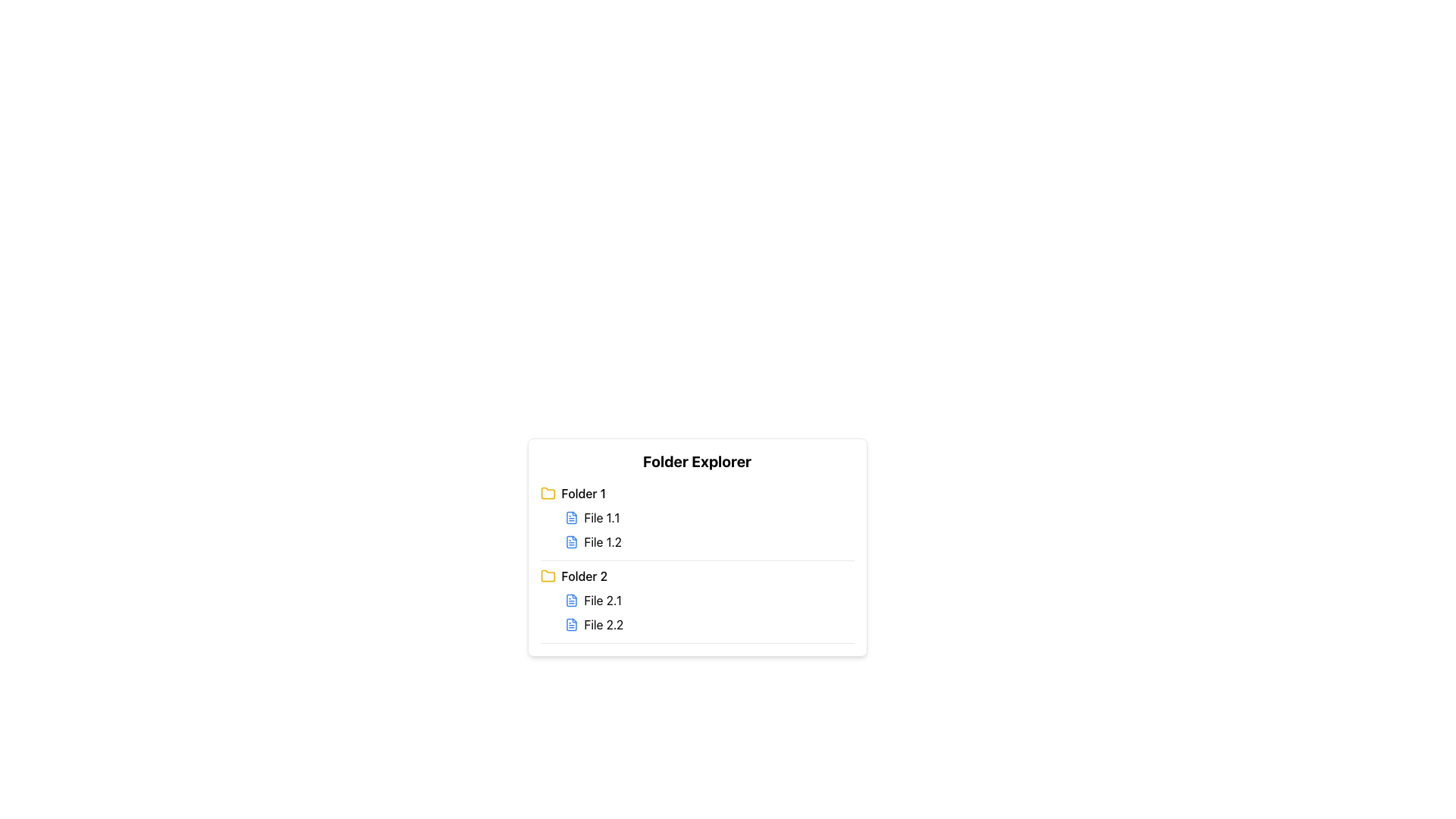 This screenshot has width=1456, height=819. What do you see at coordinates (570, 516) in the screenshot?
I see `the blue document icon located to the left of the text 'File 1.1' in the folder explorer interface for interaction` at bounding box center [570, 516].